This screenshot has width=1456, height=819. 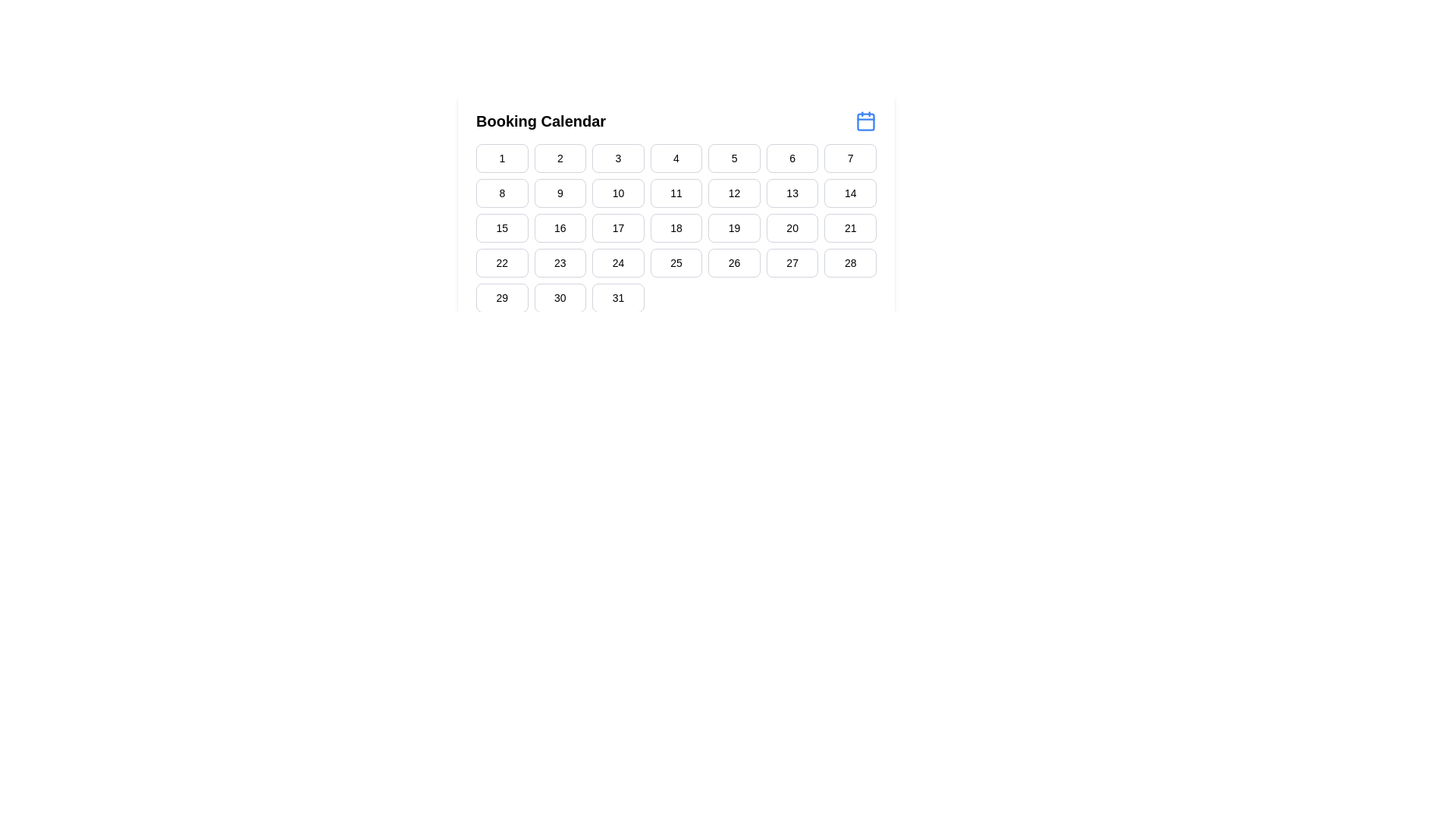 I want to click on the rectangular button with rounded corners, white background, and a centered black number '5' for advanced interactions, so click(x=734, y=158).